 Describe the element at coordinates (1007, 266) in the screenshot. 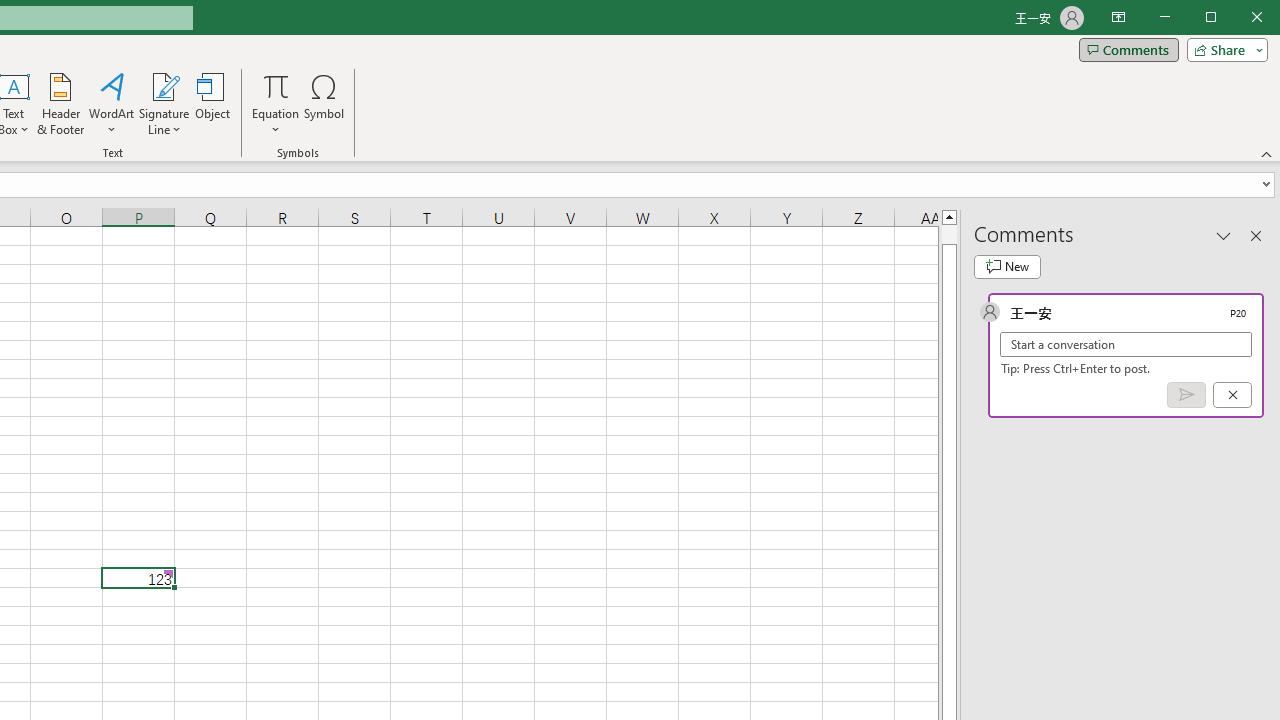

I see `'New comment'` at that location.